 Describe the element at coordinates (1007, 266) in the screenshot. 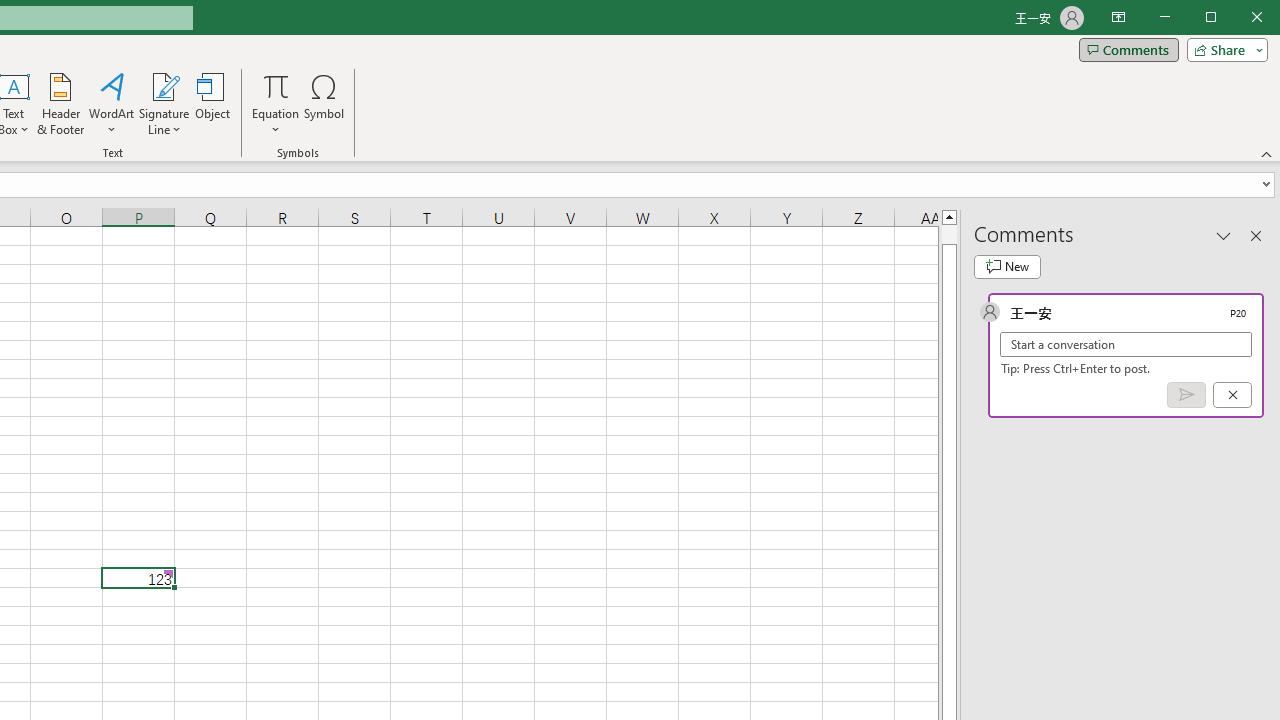

I see `'New comment'` at that location.